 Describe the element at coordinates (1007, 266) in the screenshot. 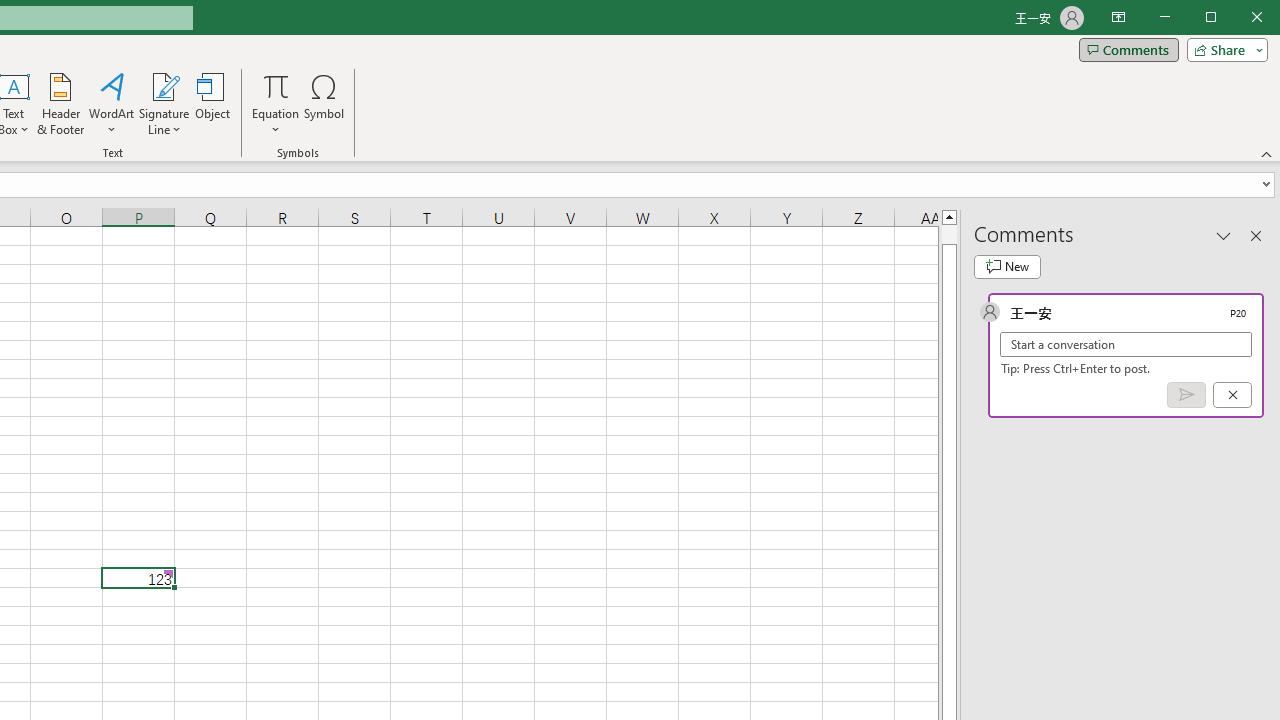

I see `'New comment'` at that location.